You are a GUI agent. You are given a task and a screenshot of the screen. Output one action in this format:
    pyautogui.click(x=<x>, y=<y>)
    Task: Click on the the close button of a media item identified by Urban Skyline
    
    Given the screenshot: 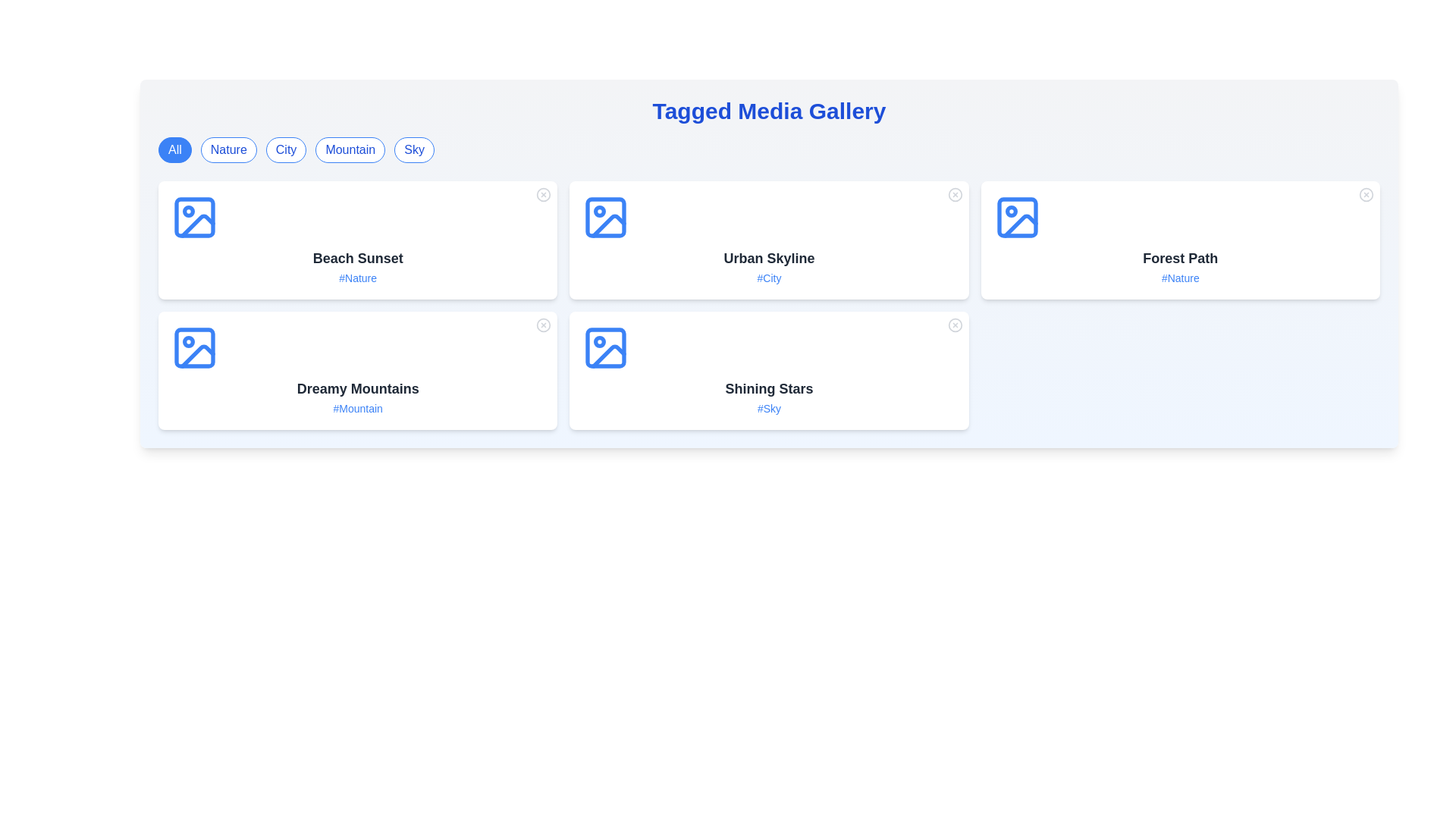 What is the action you would take?
    pyautogui.click(x=954, y=194)
    